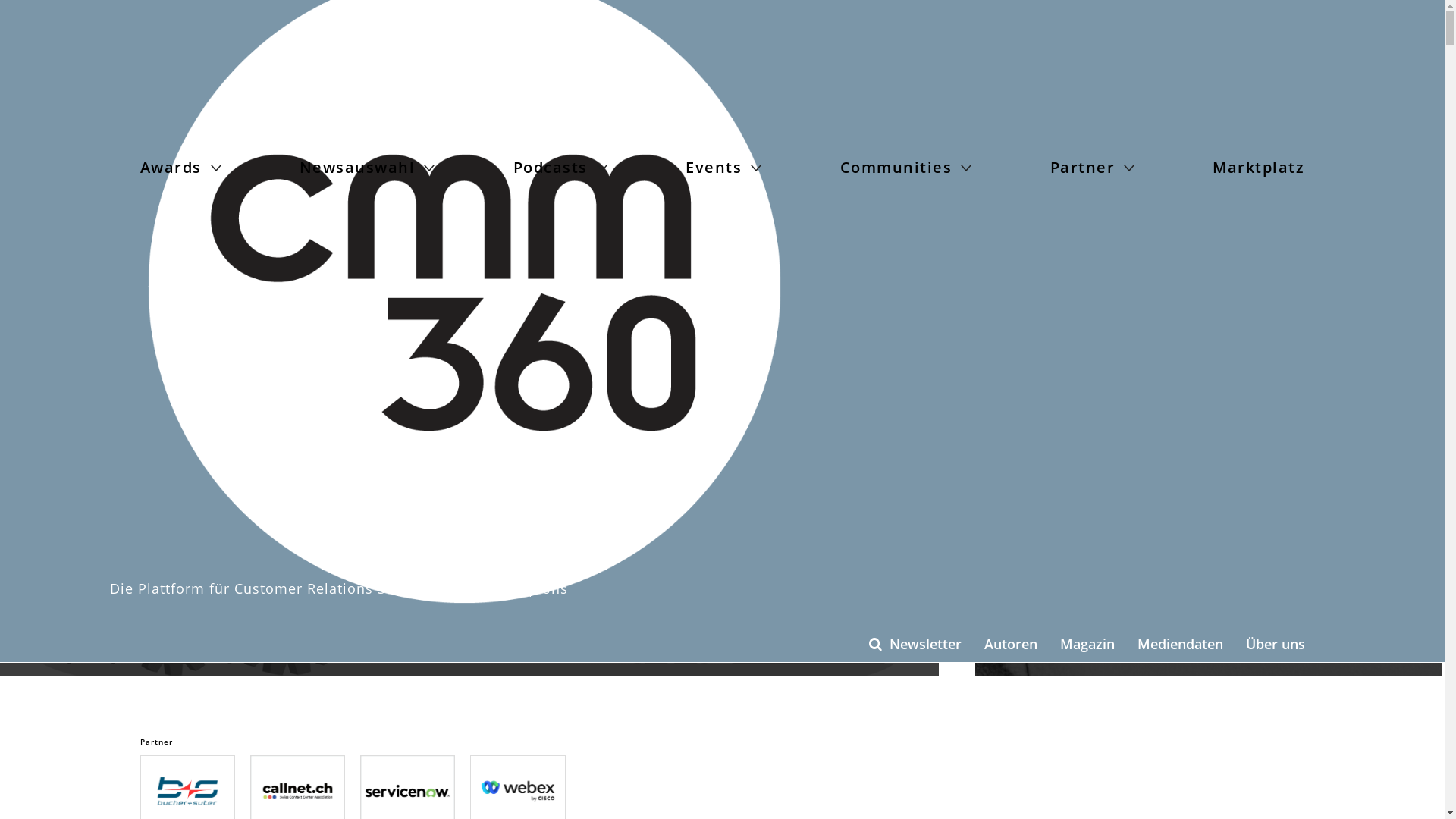  What do you see at coordinates (182, 167) in the screenshot?
I see `'Awards'` at bounding box center [182, 167].